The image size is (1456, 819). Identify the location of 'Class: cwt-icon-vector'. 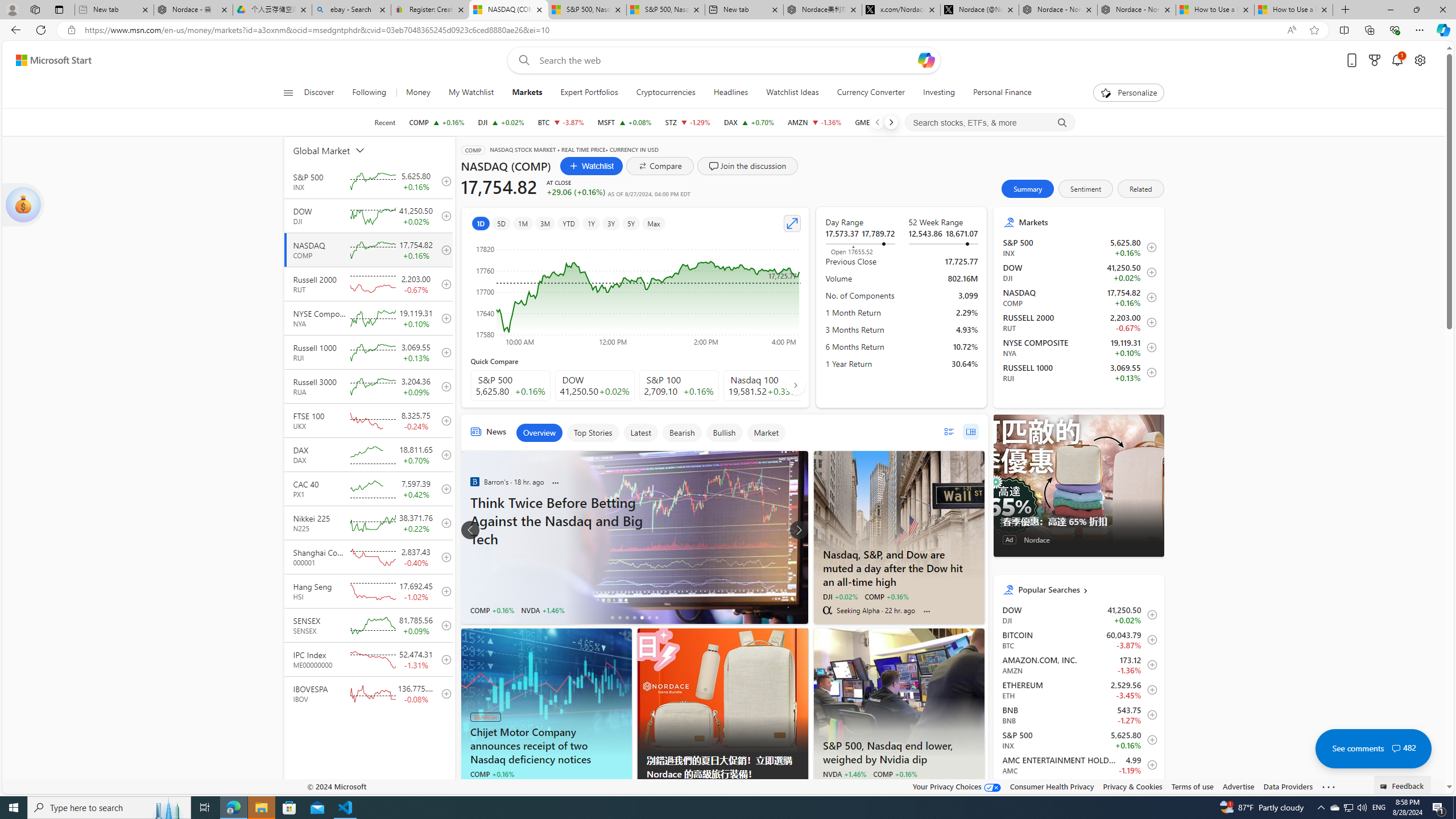
(1396, 748).